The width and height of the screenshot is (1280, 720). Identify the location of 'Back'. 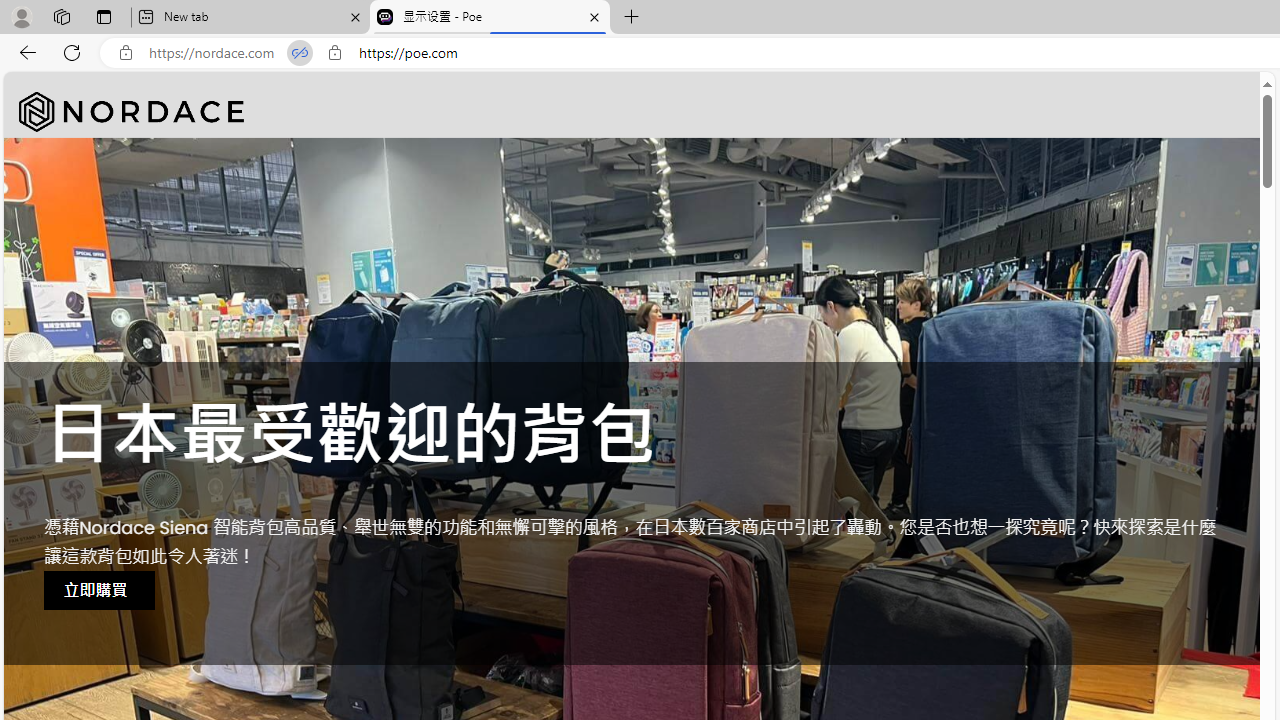
(24, 51).